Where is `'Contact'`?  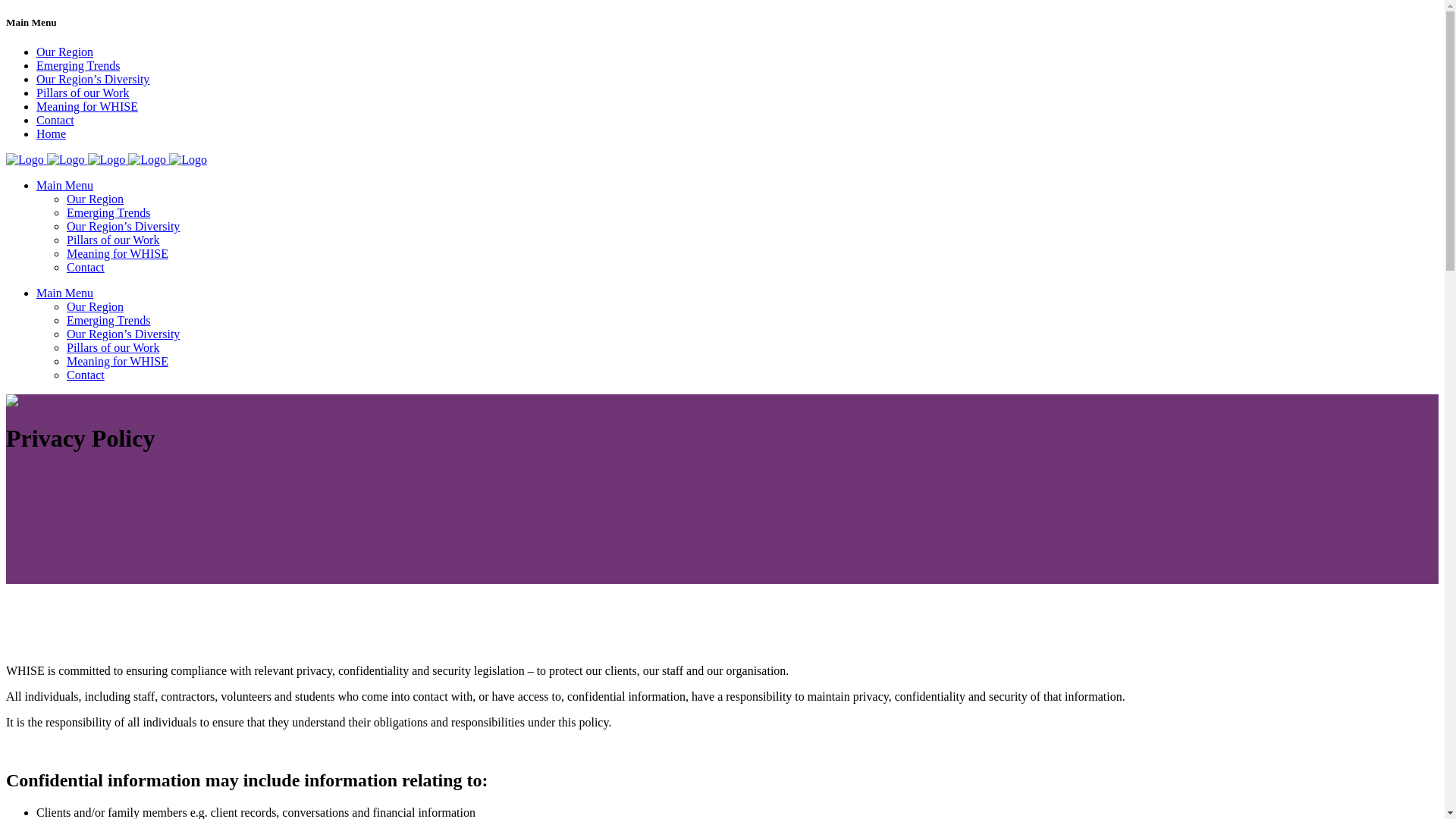
'Contact' is located at coordinates (65, 375).